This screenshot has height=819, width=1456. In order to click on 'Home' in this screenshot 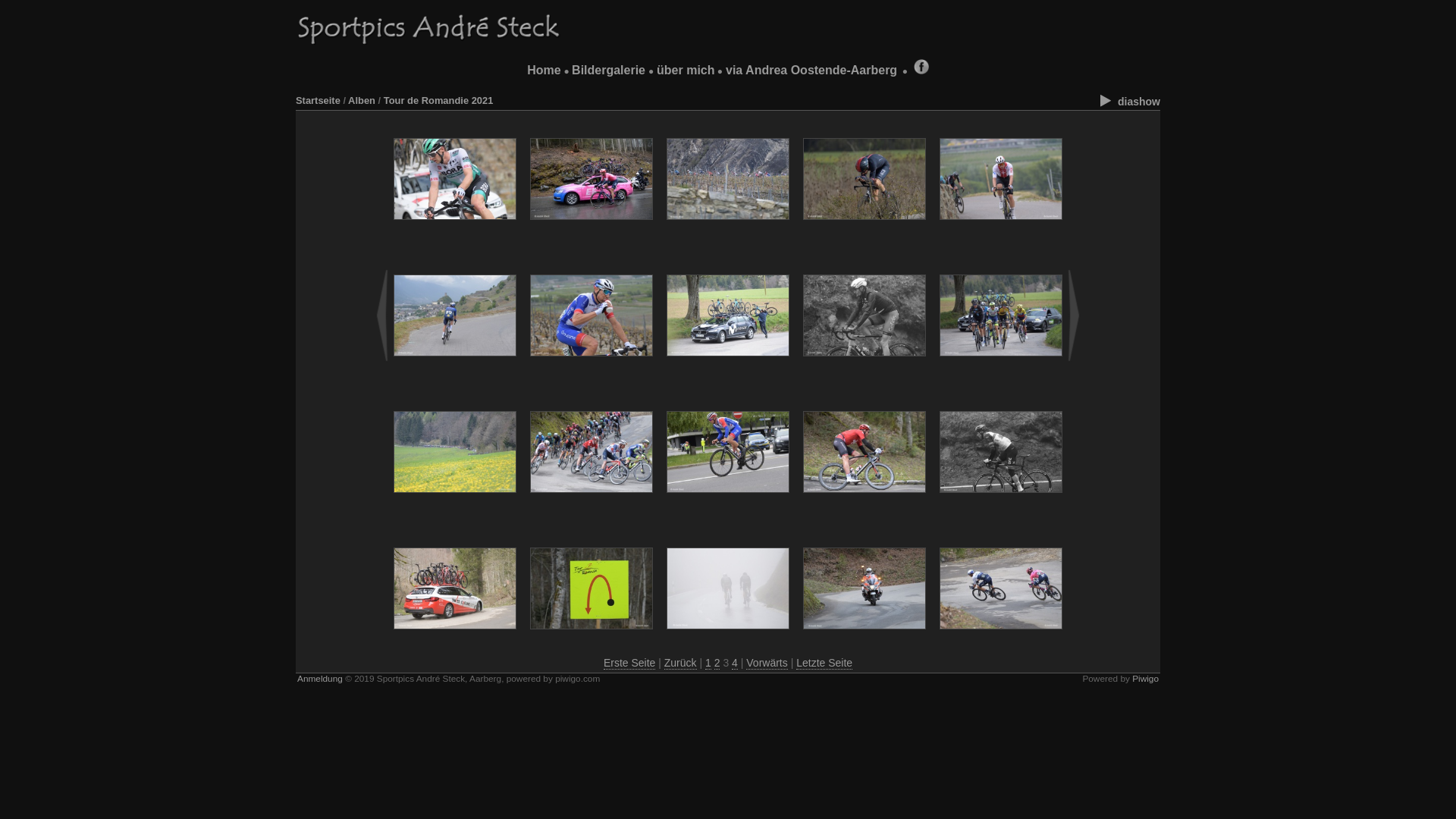, I will do `click(527, 70)`.